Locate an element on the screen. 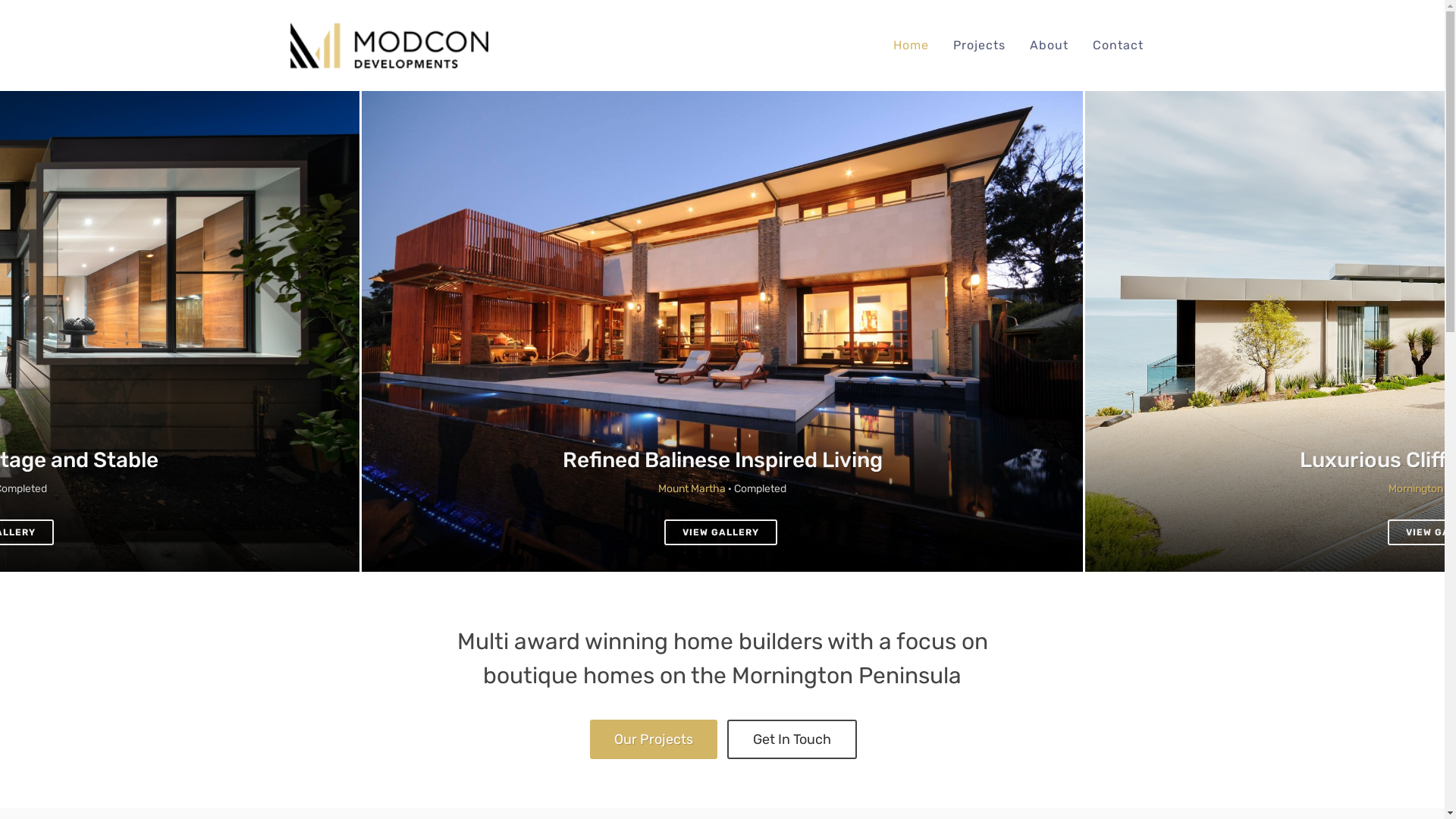  'Get In Touch' is located at coordinates (791, 739).